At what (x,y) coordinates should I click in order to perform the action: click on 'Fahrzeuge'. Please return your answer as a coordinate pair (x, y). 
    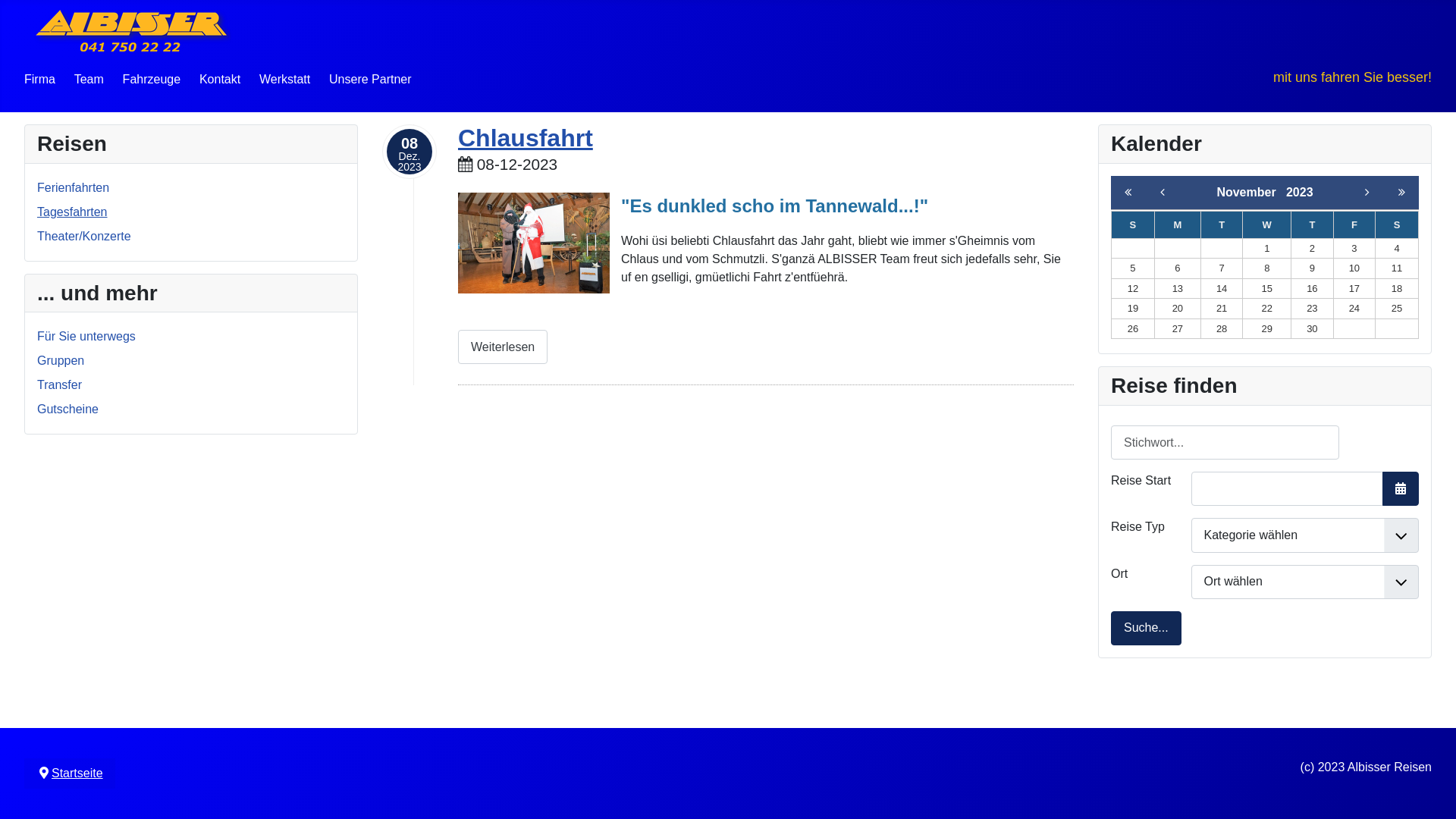
    Looking at the image, I should click on (152, 79).